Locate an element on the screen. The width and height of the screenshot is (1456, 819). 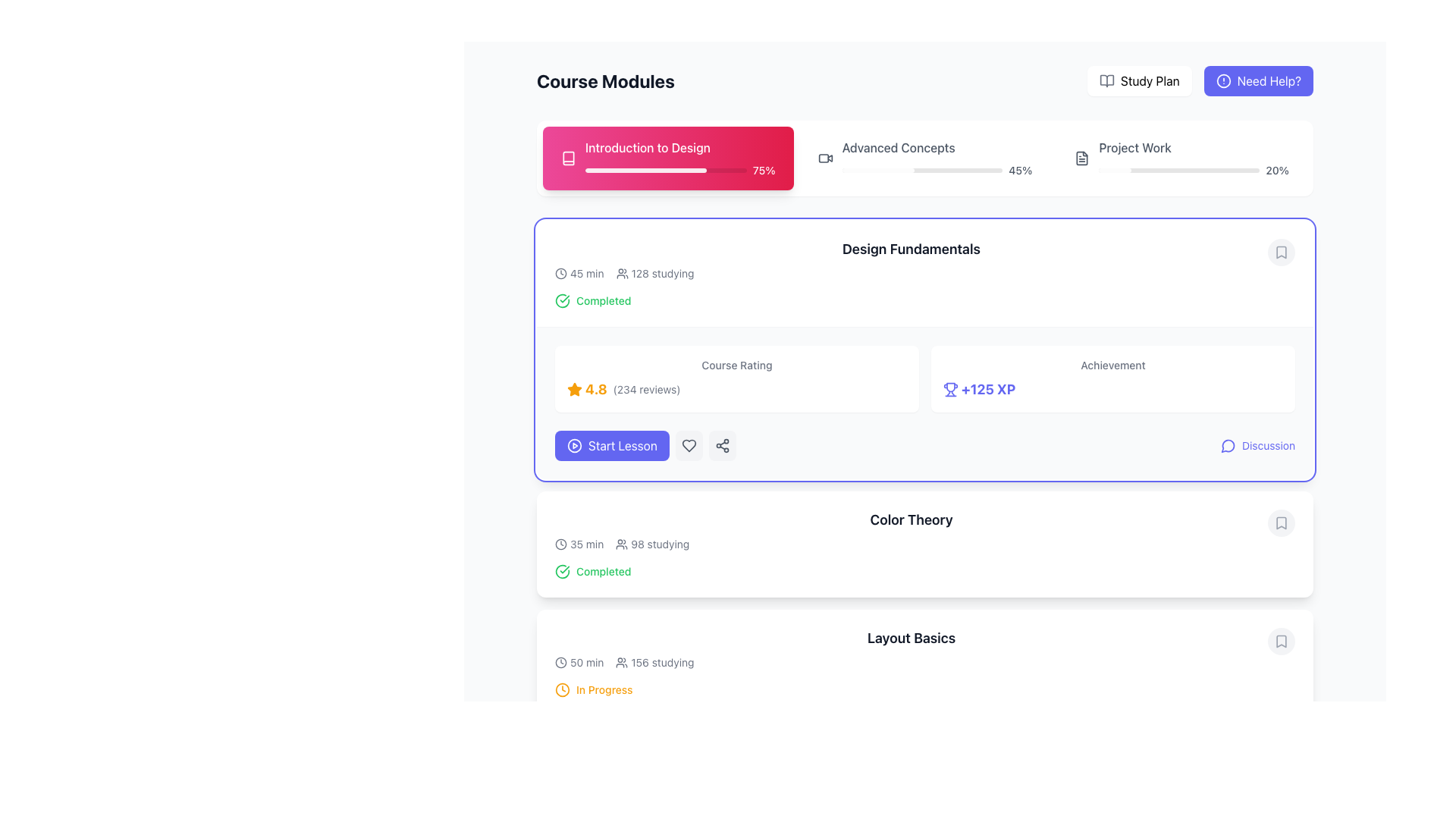
the star icon representing the rating mechanism located on the leftmost side of the horizontal layout, which indicates a rating of '4.8' and includes '(234 reviews)' is located at coordinates (574, 388).